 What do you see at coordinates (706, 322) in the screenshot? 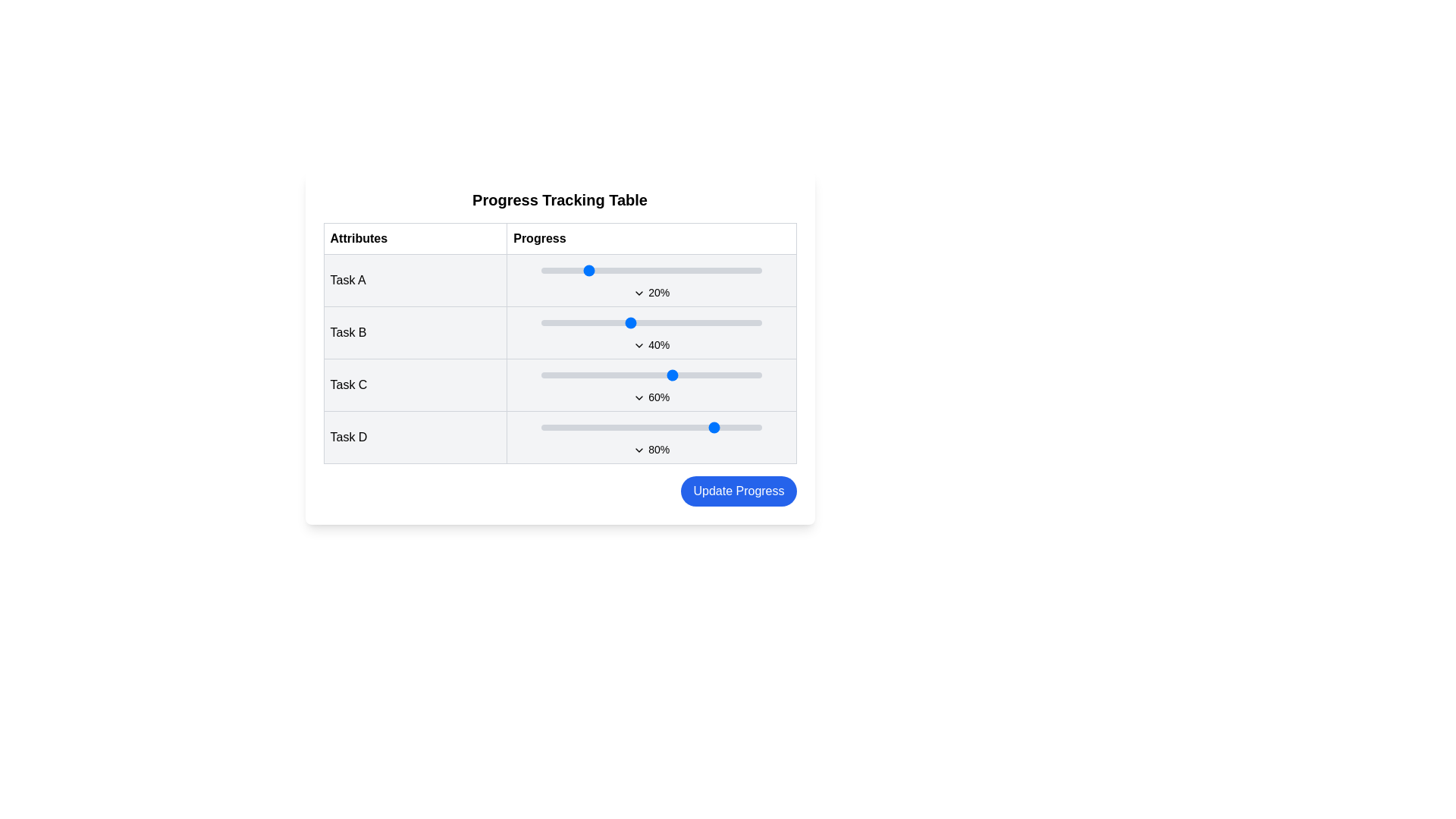
I see `progress` at bounding box center [706, 322].